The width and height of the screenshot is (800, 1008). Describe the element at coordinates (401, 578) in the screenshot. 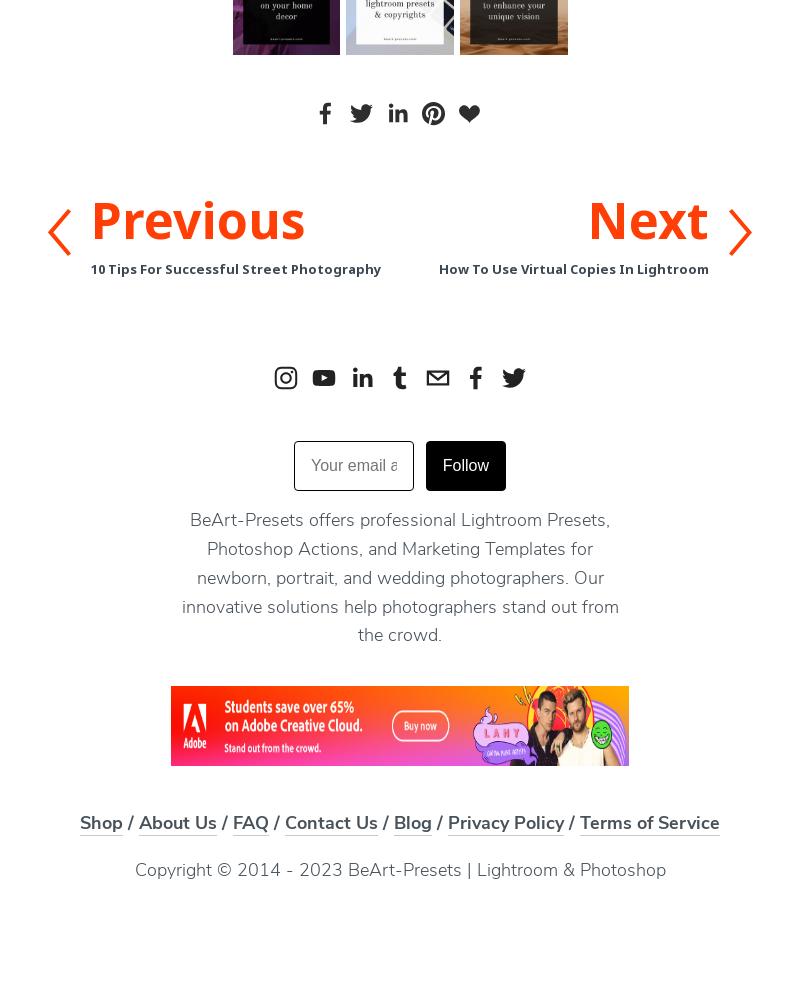

I see `'BeArt-Presets offers professional Lightroom Presets, Photoshop Actions, and Marketing Templates for newborn, portrait, and wedding photographers. Our innovative solutions help photographers stand out from the crowd.'` at that location.